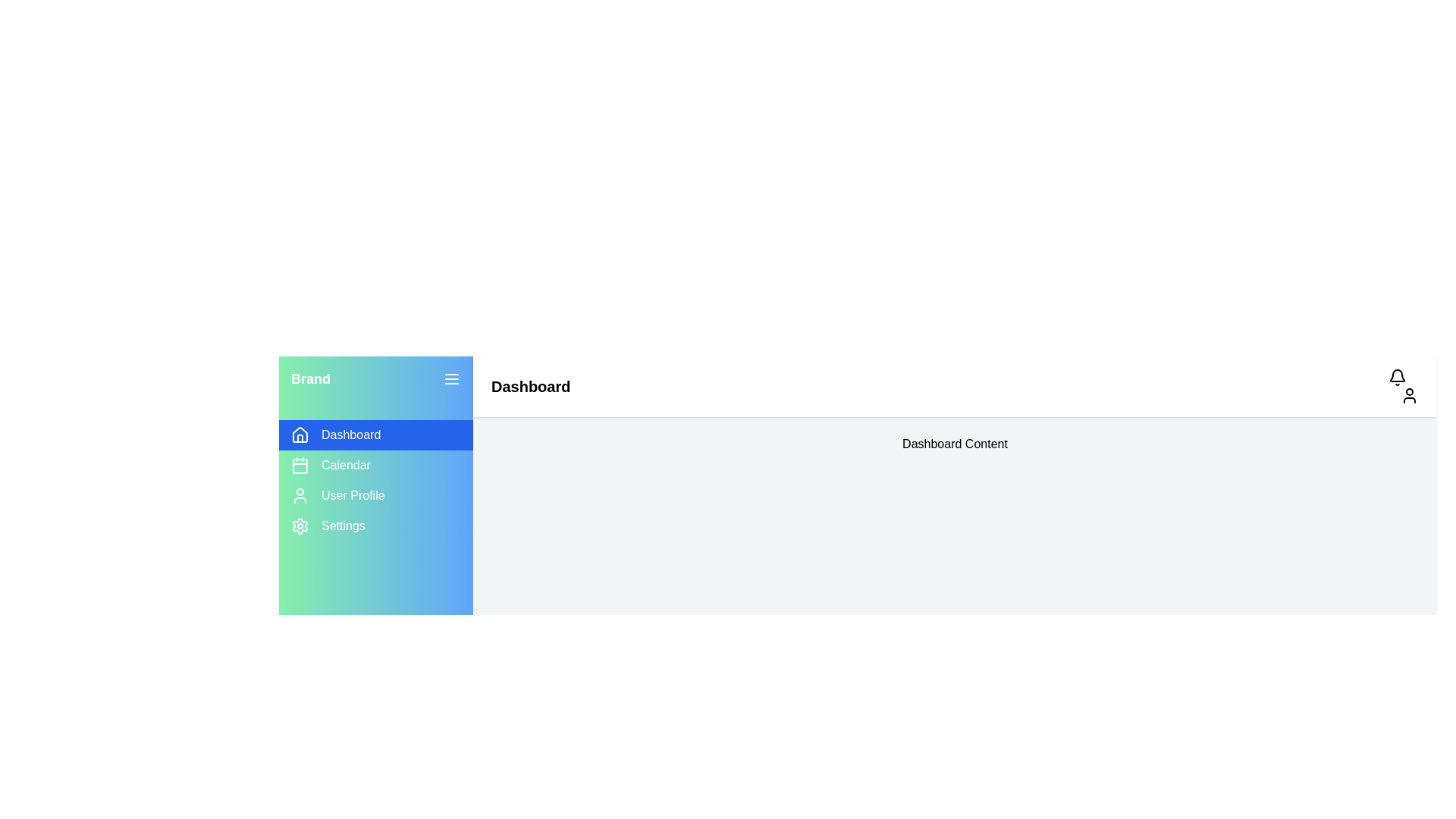 The image size is (1456, 819). I want to click on the notification bell icon, which is styled with a simple outline design and positioned in the top-right corner of the interface, so click(1397, 376).